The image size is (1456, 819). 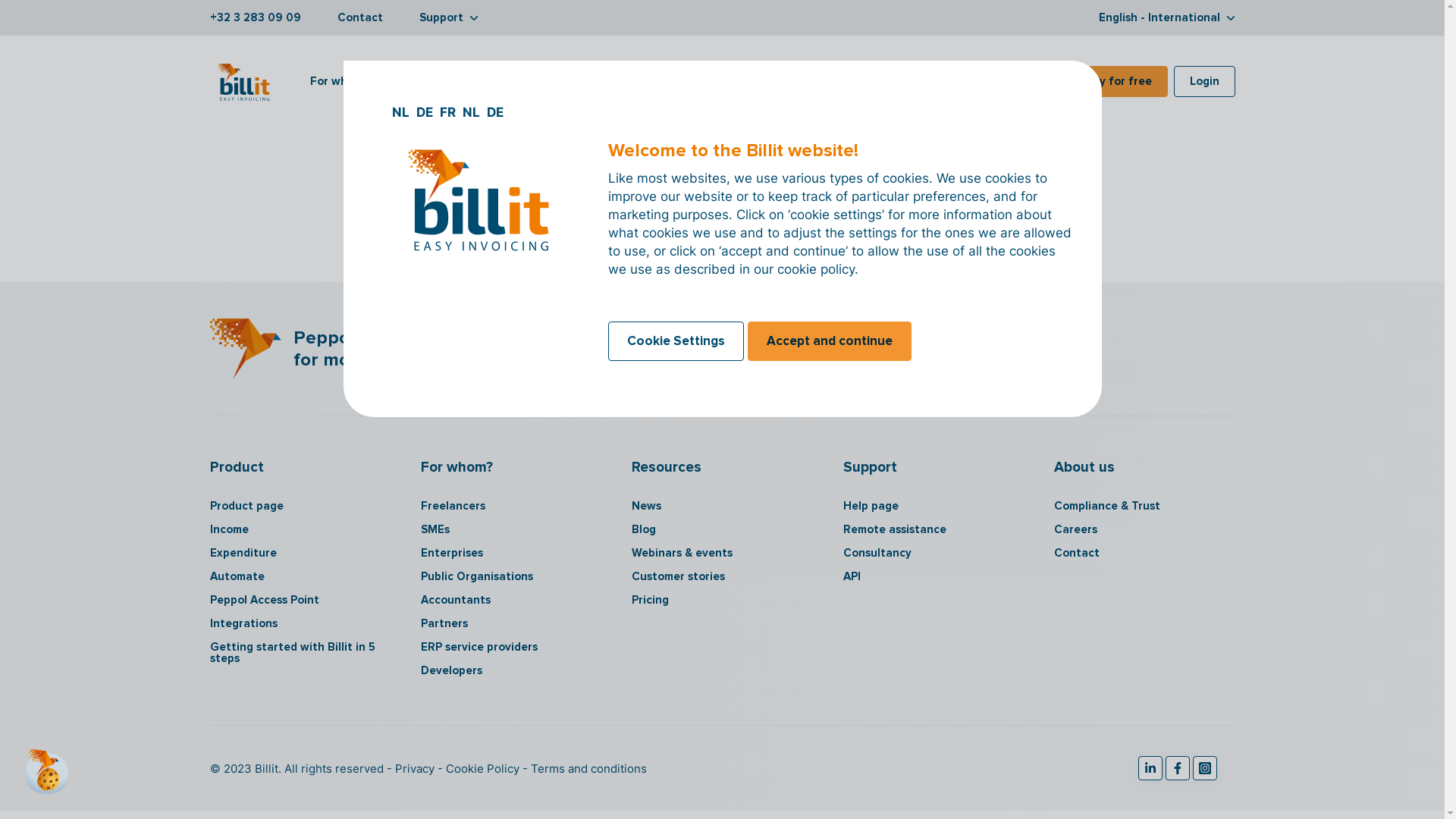 I want to click on 'NL', so click(x=401, y=111).